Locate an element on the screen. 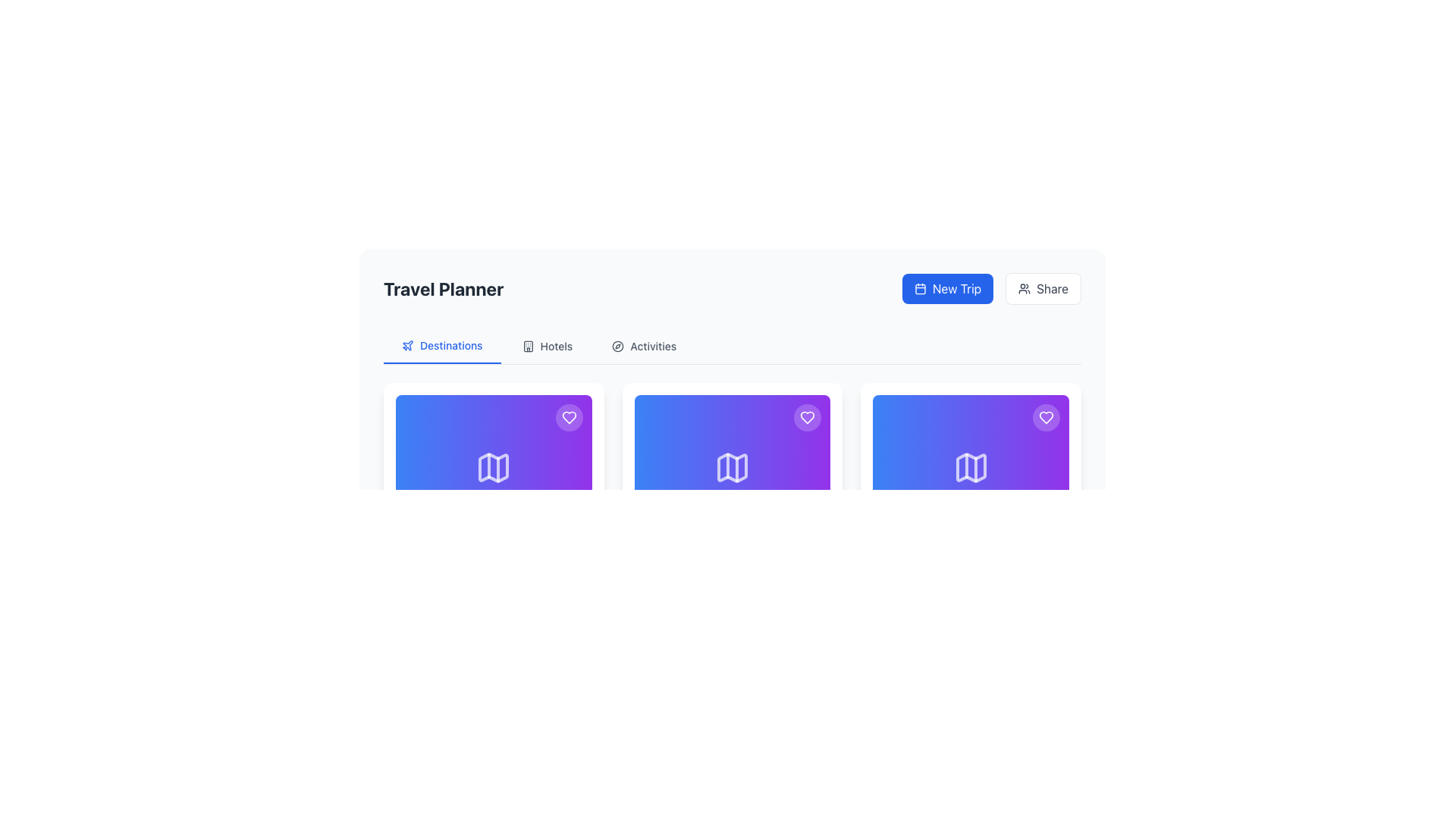 The height and width of the screenshot is (819, 1456). the blue text label 'Destinations' in the navigation tab is located at coordinates (450, 345).